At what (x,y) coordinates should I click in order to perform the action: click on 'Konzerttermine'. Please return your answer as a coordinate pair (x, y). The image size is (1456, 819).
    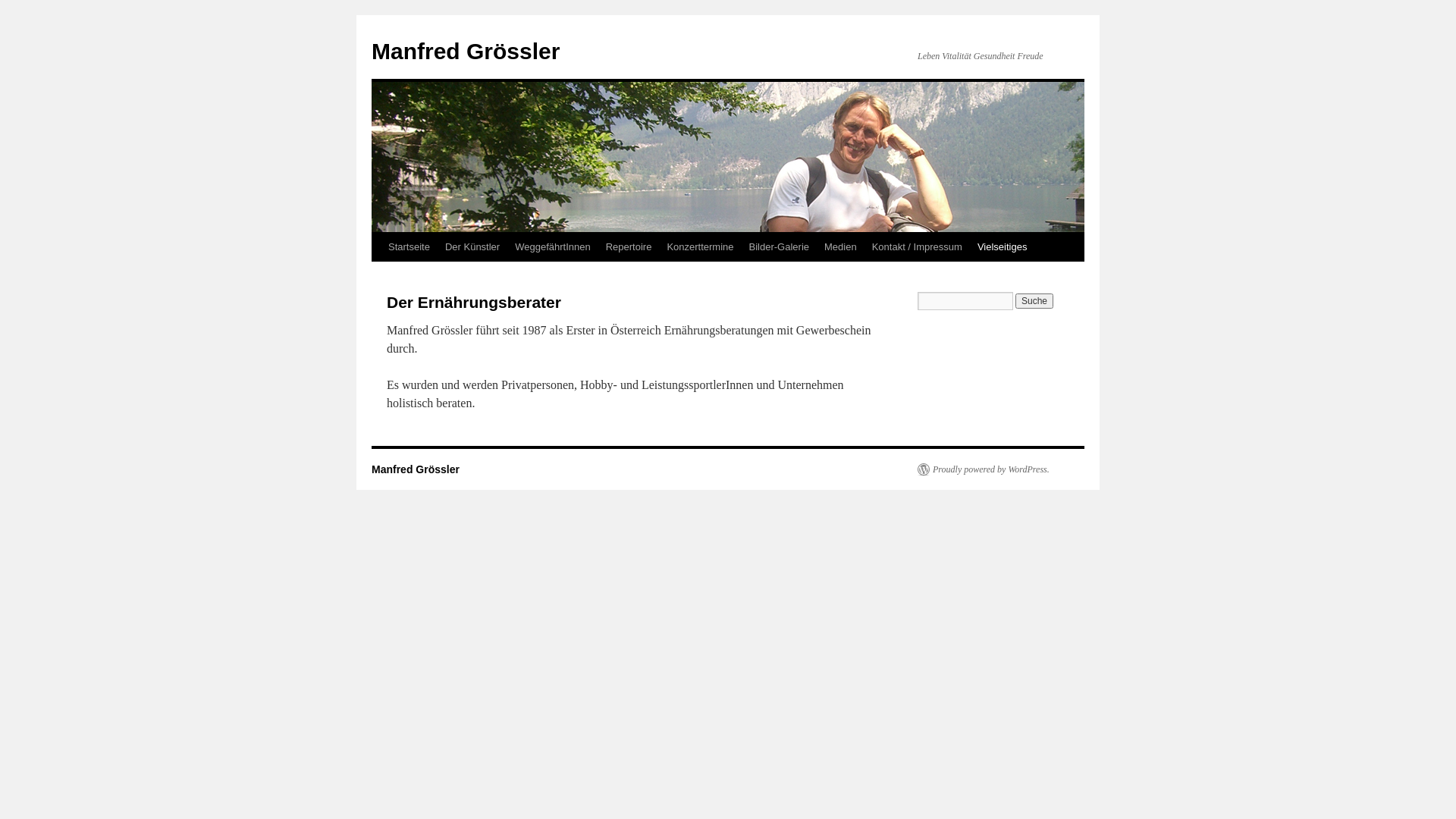
    Looking at the image, I should click on (698, 246).